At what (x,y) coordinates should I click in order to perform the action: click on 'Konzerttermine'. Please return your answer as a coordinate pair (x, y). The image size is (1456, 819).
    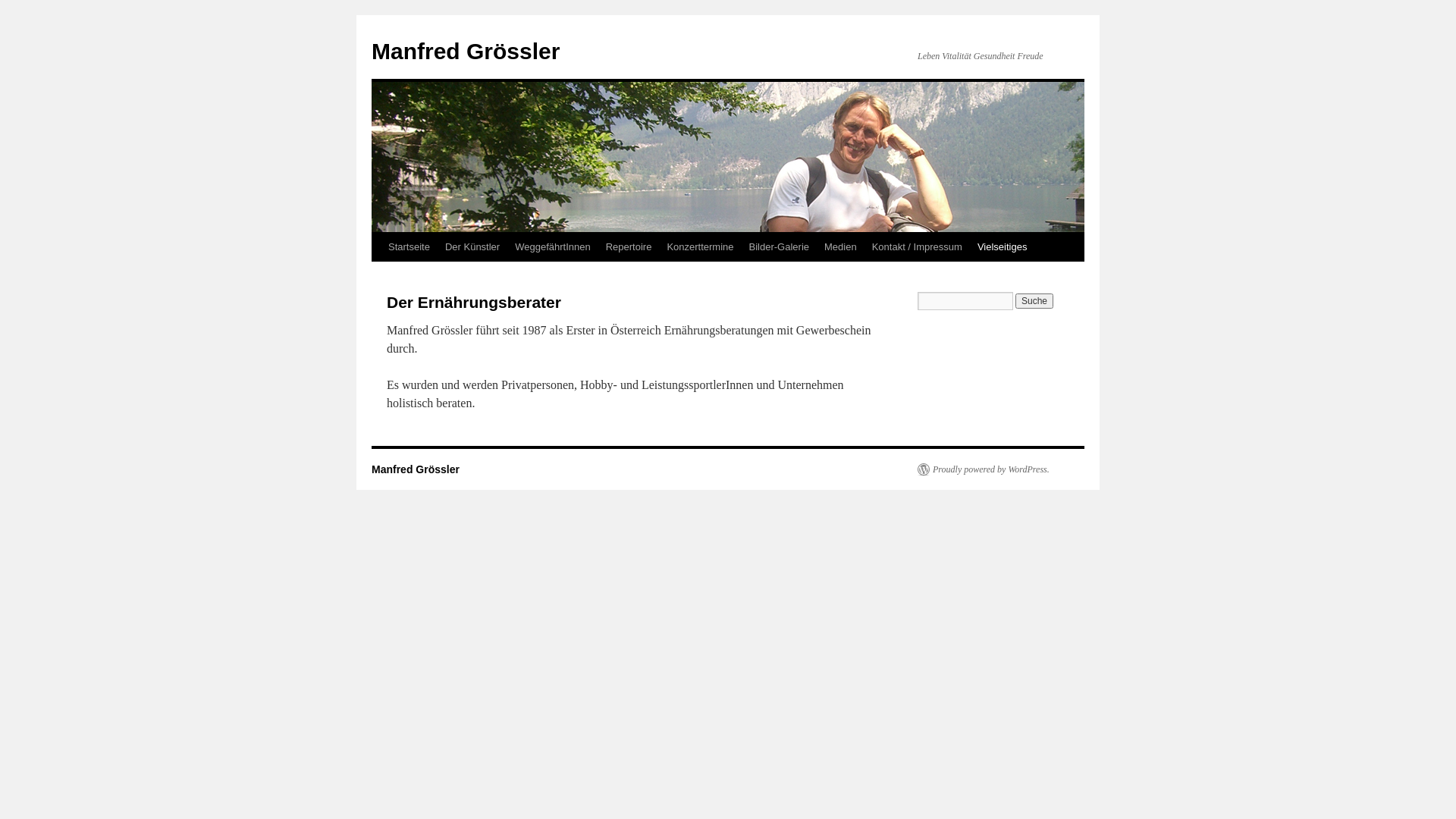
    Looking at the image, I should click on (698, 246).